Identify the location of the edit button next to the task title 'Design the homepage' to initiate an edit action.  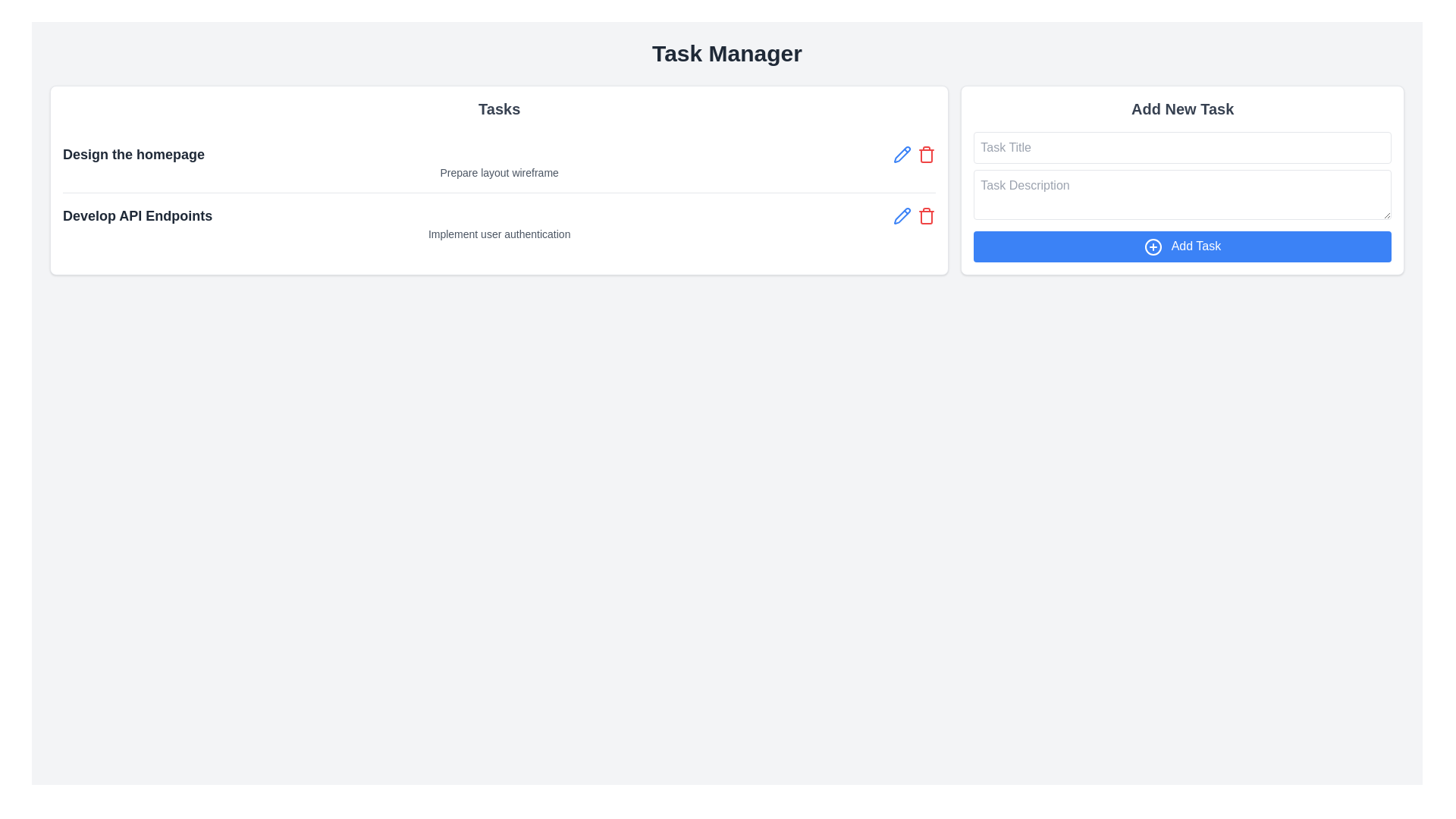
(902, 155).